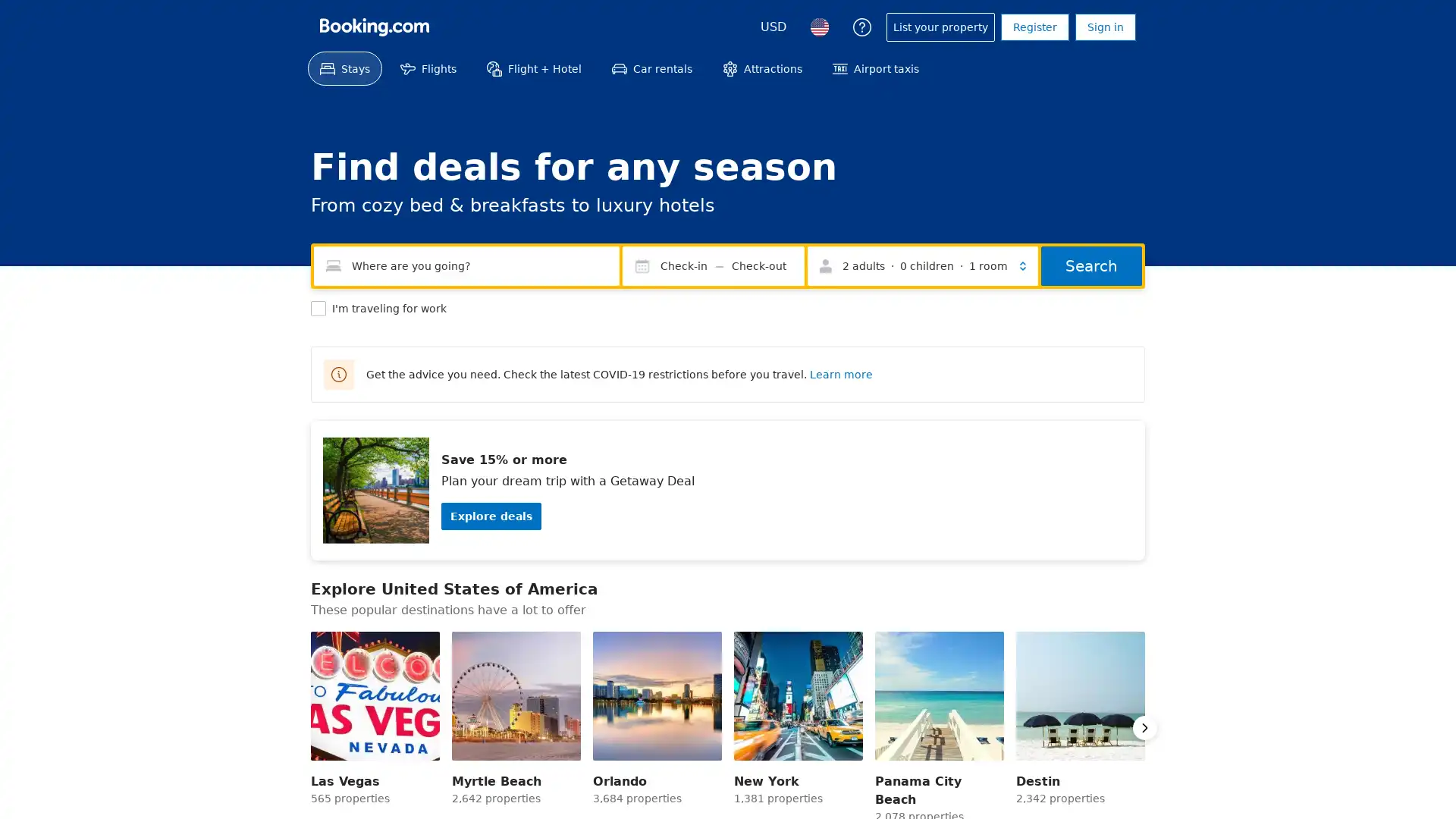 Image resolution: width=1456 pixels, height=819 pixels. What do you see at coordinates (1145, 727) in the screenshot?
I see `Next` at bounding box center [1145, 727].